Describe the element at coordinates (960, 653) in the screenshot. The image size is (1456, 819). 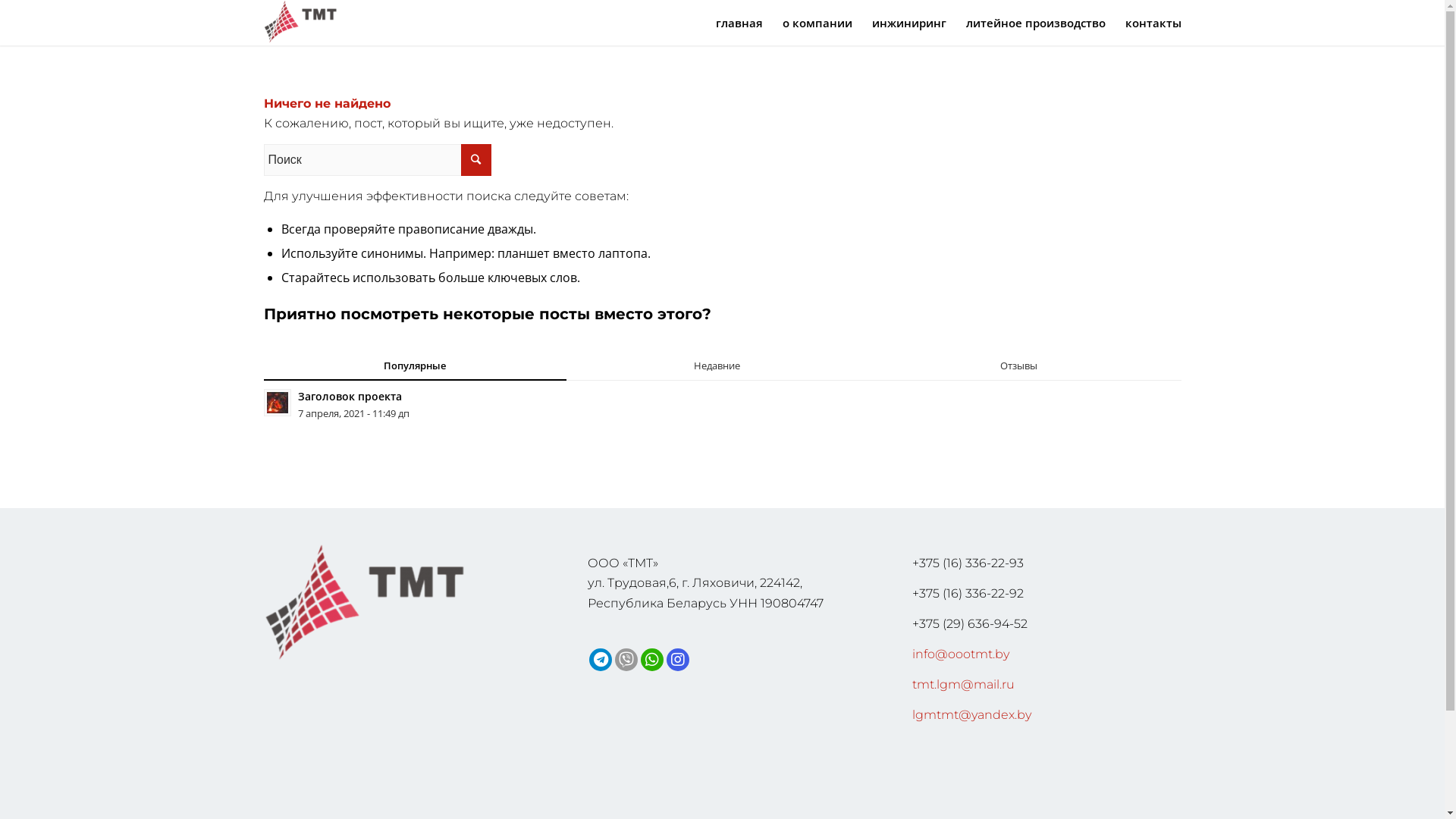
I see `'info@oootmt.by'` at that location.